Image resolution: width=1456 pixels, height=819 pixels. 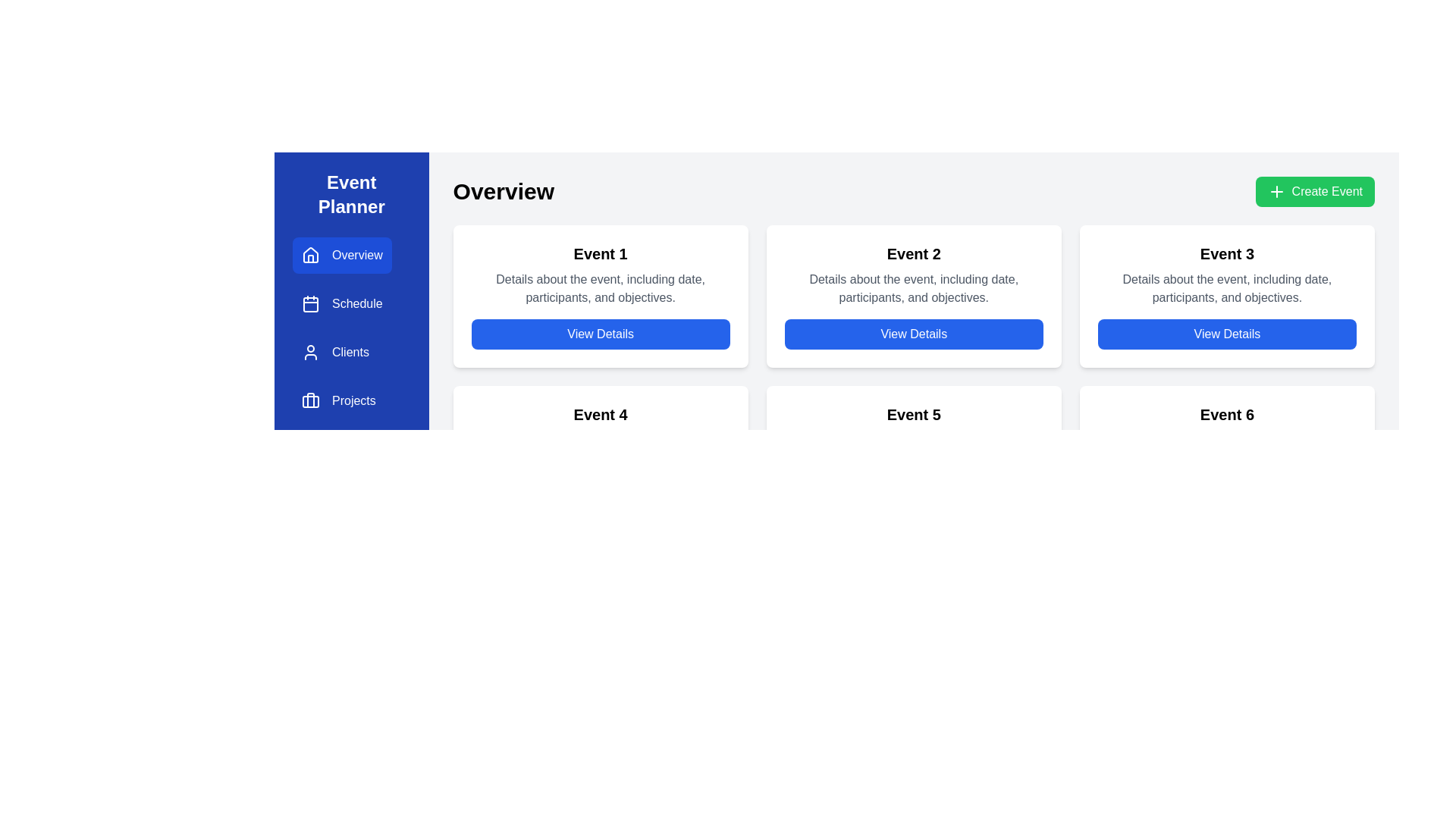 I want to click on the user-shaped icon with a circular head and simple body outline, styled in white on a blue background, located next to the text 'Clients' in the vertical navigation sidebar, so click(x=309, y=353).